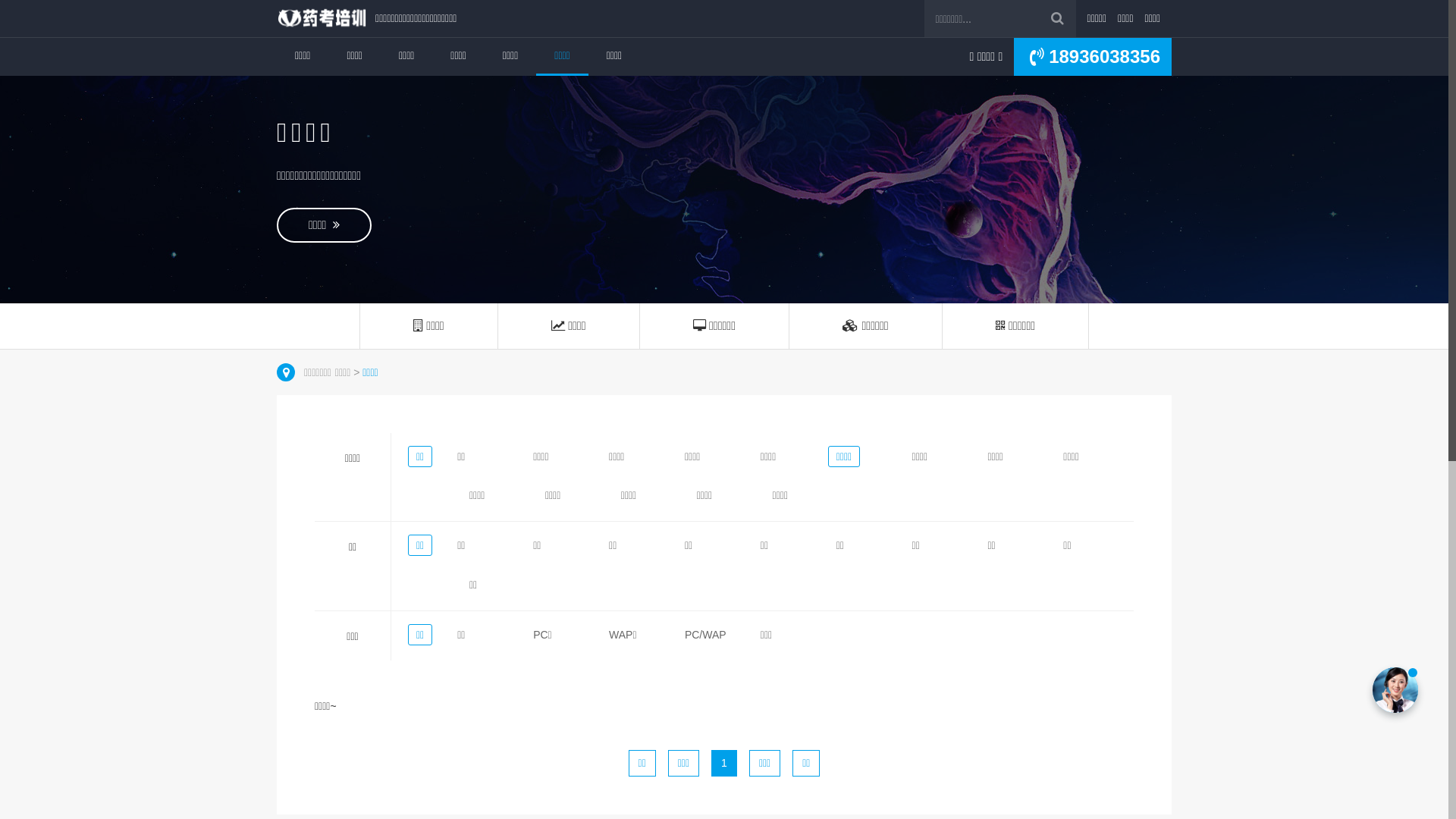  Describe the element at coordinates (704, 635) in the screenshot. I see `'PC/WAP'` at that location.